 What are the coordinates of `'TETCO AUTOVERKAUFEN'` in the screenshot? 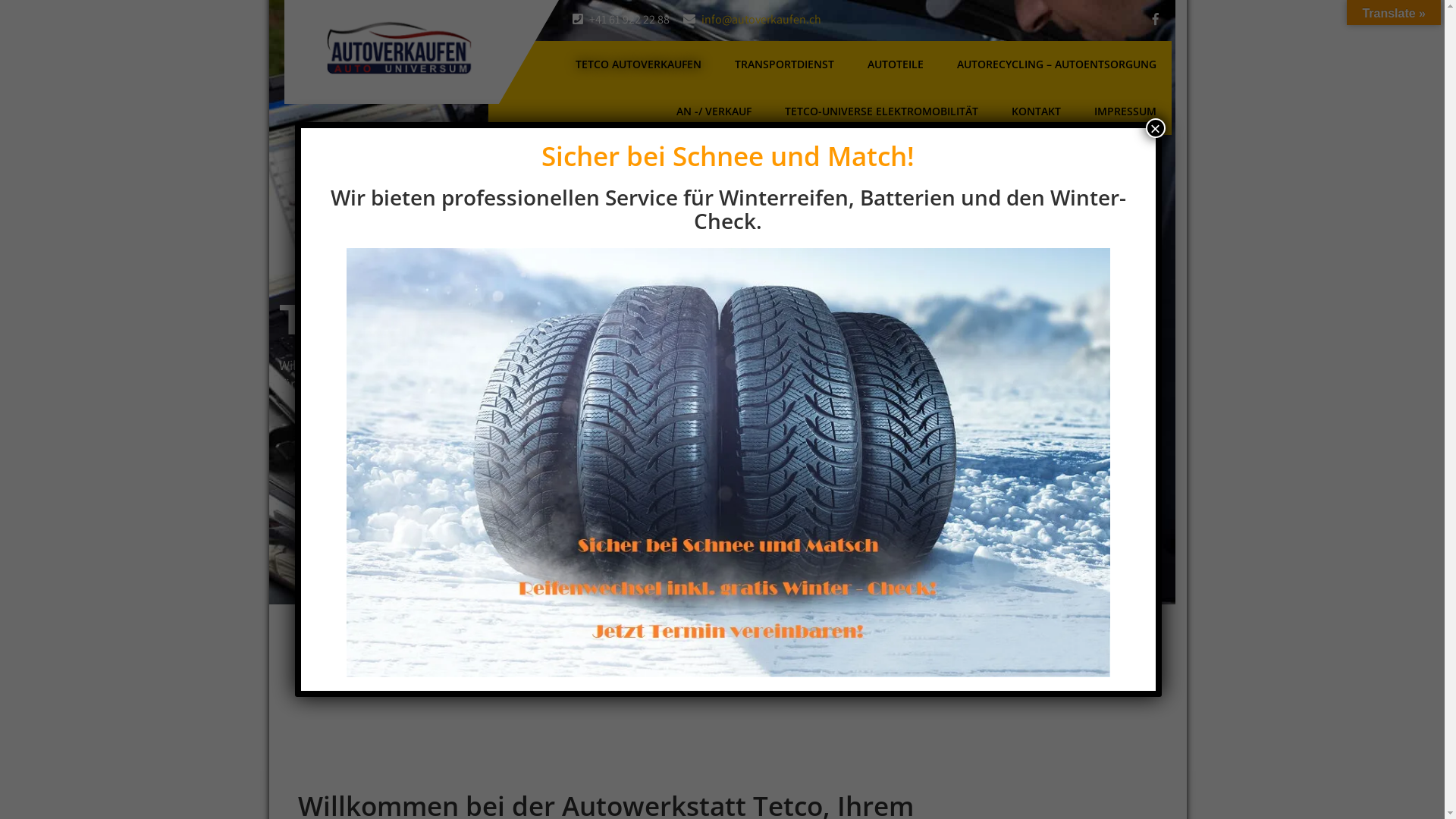 It's located at (638, 63).